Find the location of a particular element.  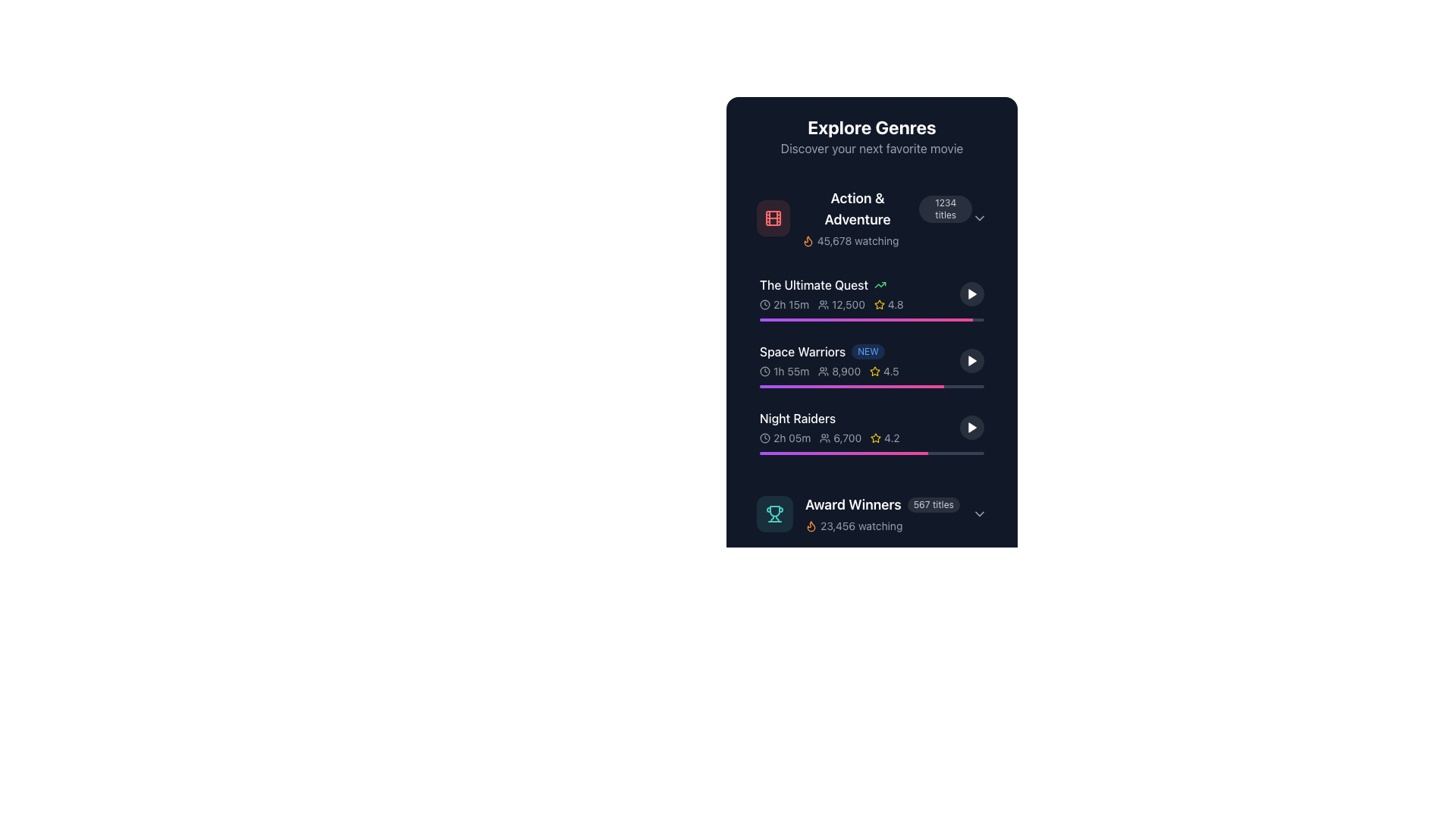

the Text element indicating the number of people currently watching content in the 'Award Winners' category, located below the 'Award Winners' title and '567 titles' component in the 'Explore Genres' section is located at coordinates (882, 526).